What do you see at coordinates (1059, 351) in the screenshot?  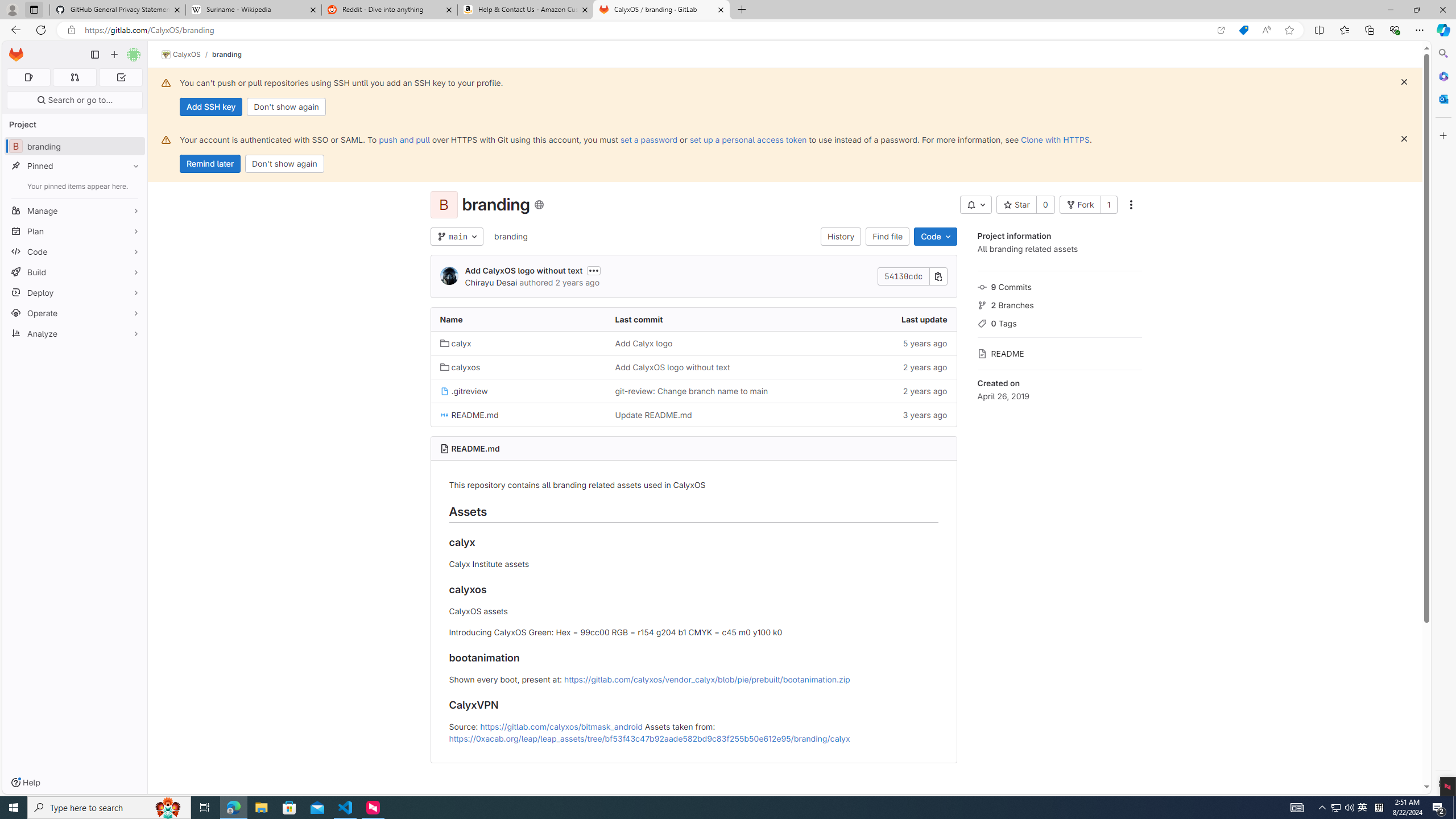 I see `'README'` at bounding box center [1059, 351].